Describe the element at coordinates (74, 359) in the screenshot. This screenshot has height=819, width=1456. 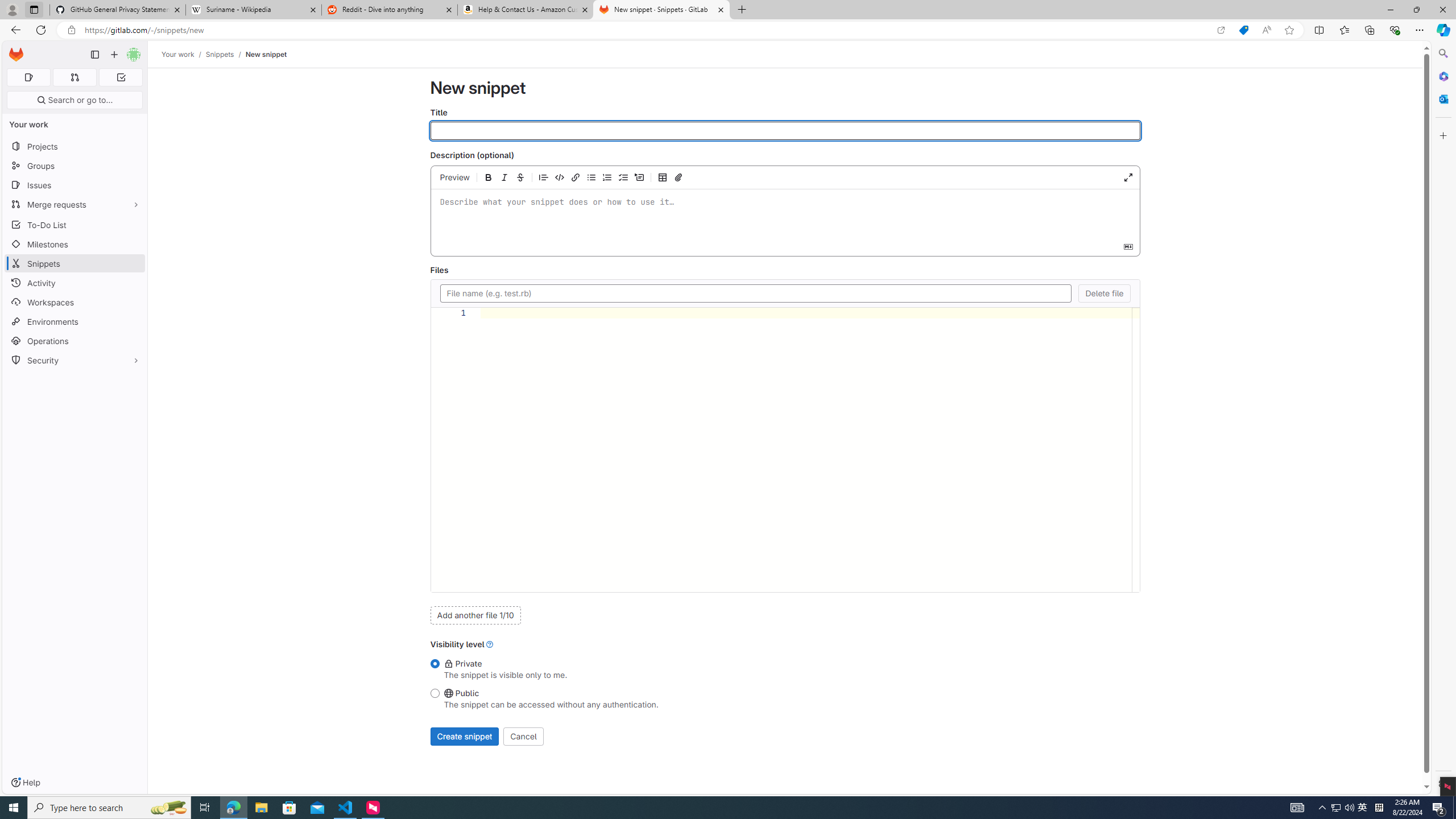
I see `'Security'` at that location.